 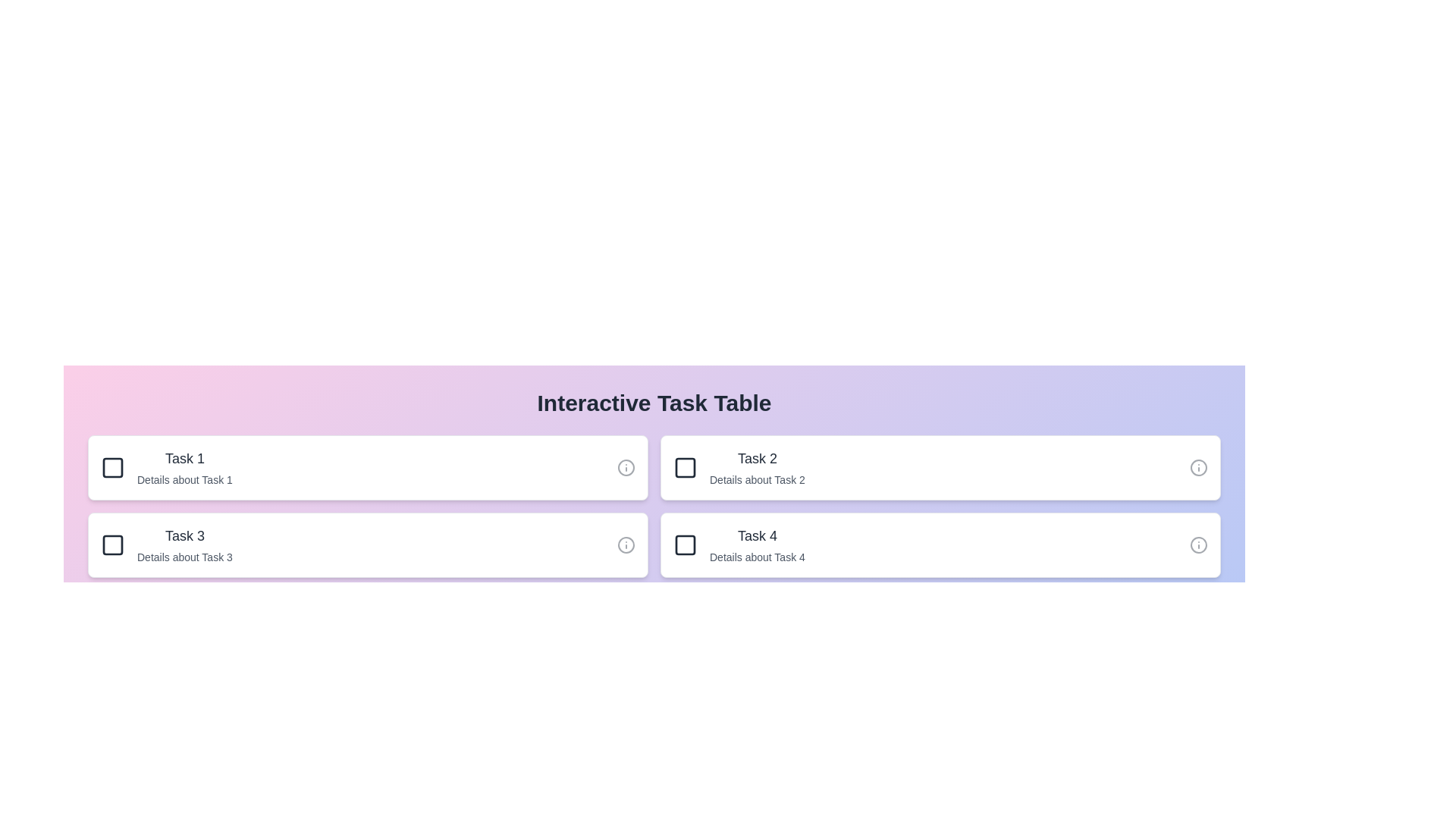 I want to click on checkbox next to task 4 to mark it as completed, so click(x=684, y=544).